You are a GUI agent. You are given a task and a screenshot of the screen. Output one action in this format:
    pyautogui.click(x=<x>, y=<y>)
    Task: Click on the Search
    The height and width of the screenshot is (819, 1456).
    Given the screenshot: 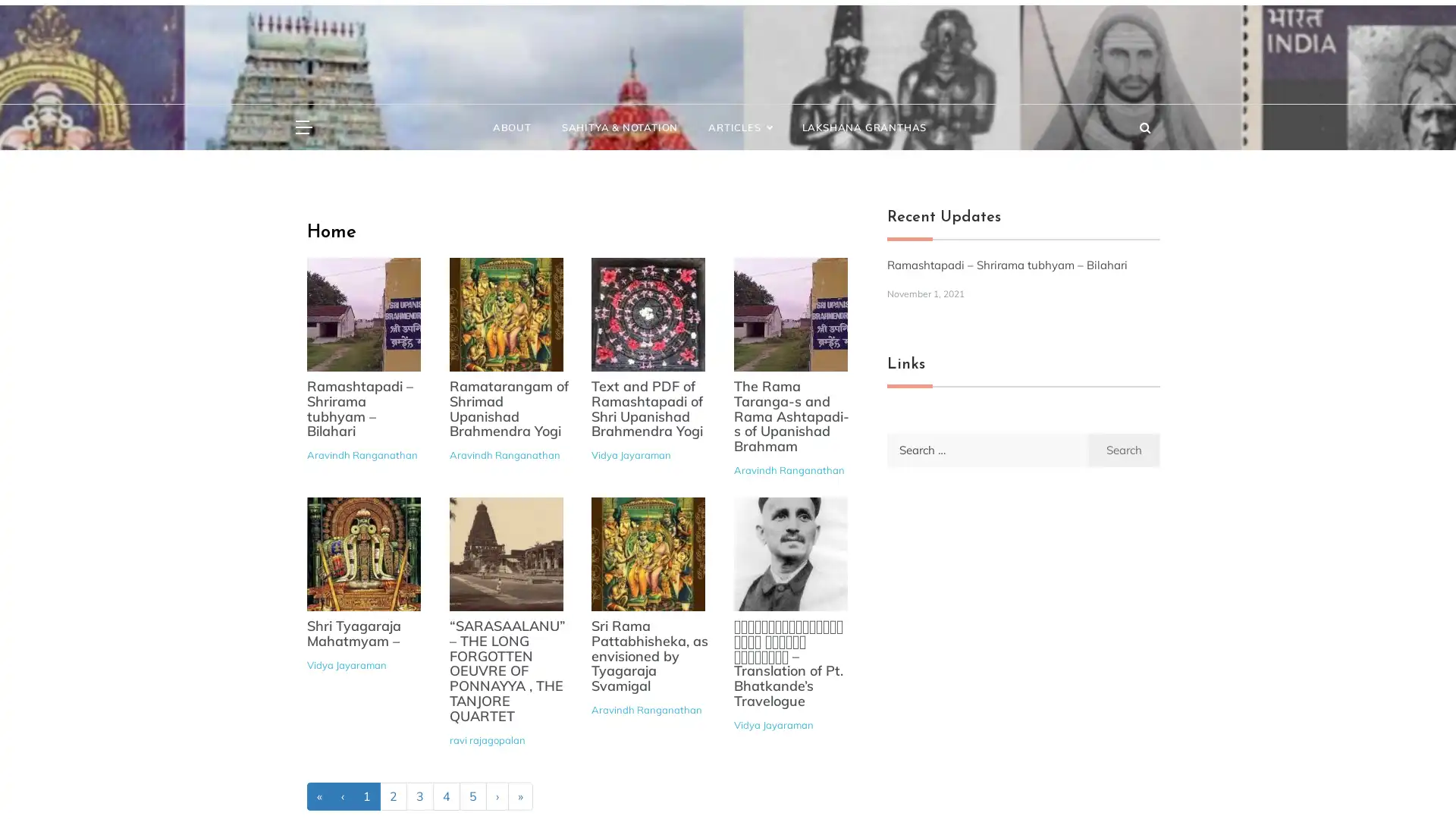 What is the action you would take?
    pyautogui.click(x=1124, y=448)
    